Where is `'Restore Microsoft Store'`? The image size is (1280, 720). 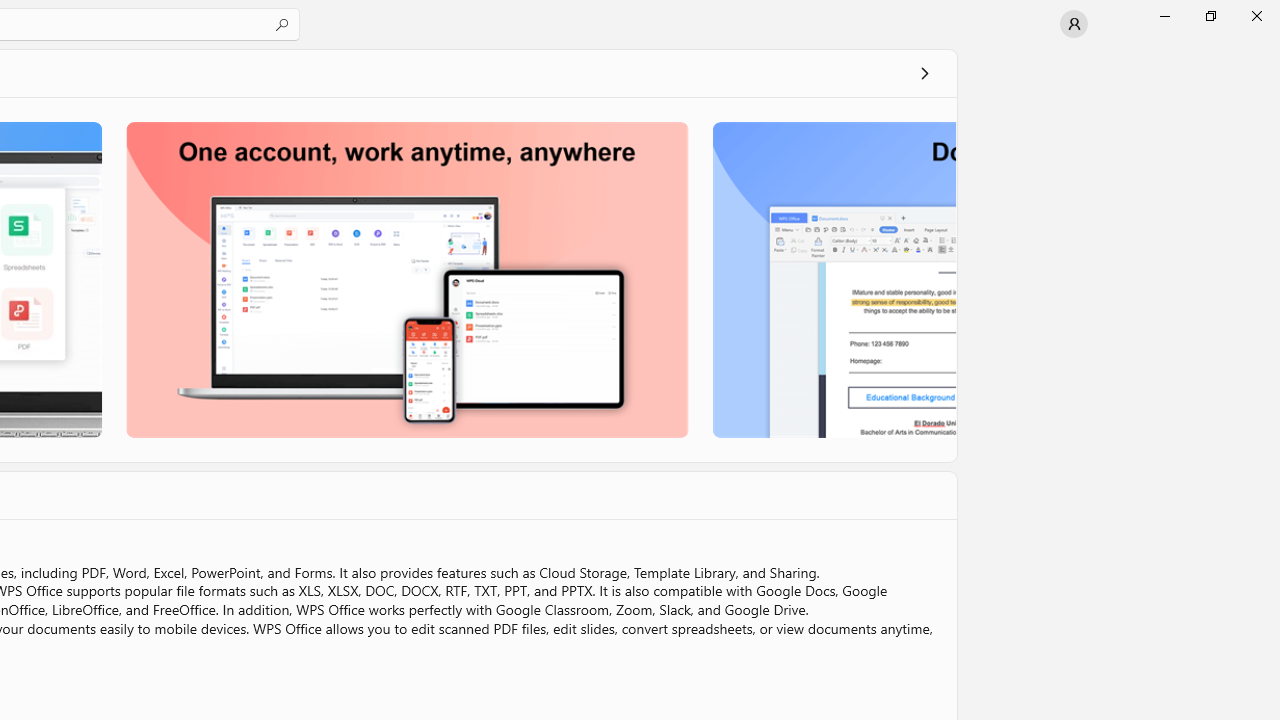 'Restore Microsoft Store' is located at coordinates (1209, 15).